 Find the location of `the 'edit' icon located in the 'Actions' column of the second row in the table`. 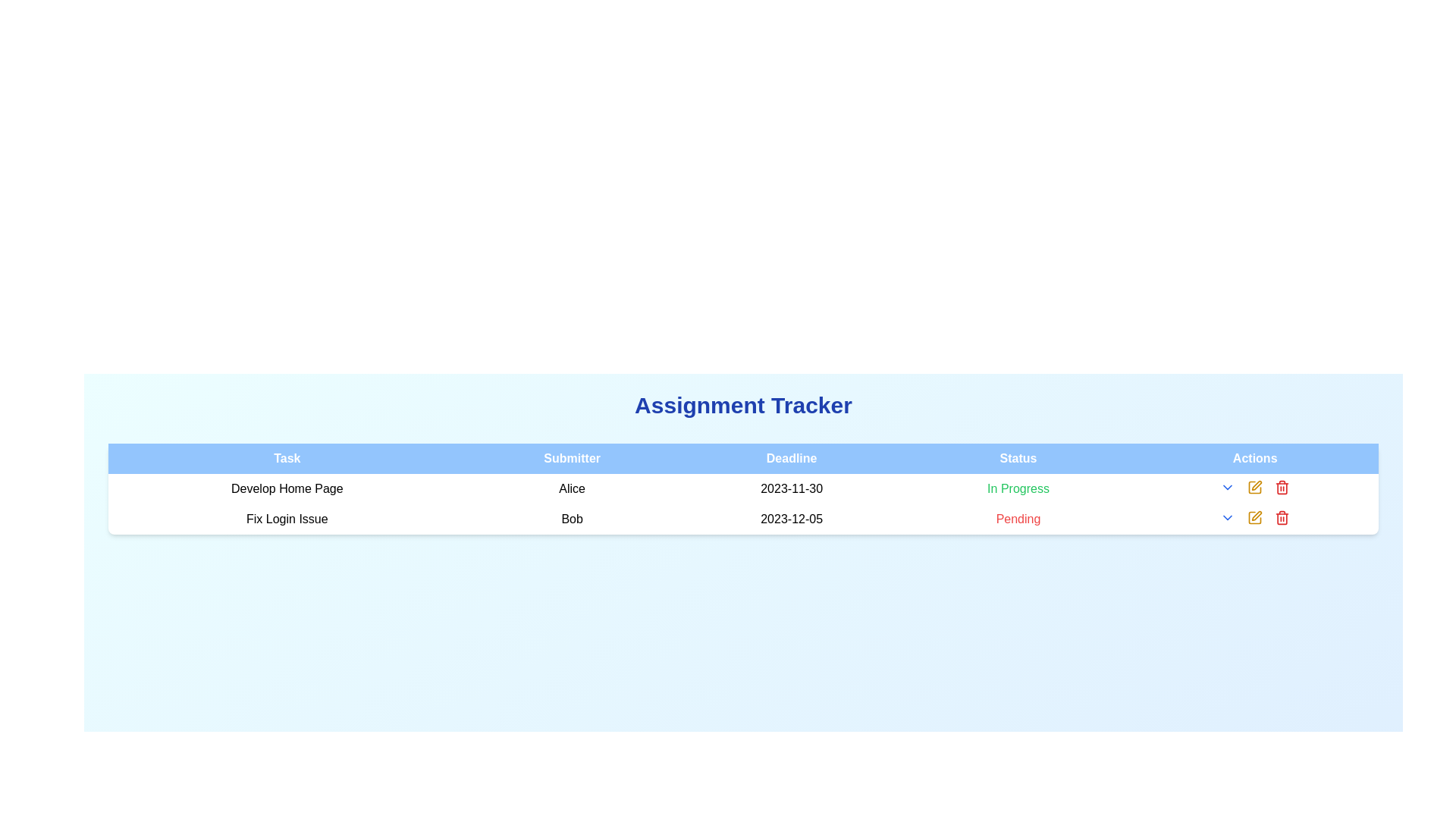

the 'edit' icon located in the 'Actions' column of the second row in the table is located at coordinates (1257, 485).